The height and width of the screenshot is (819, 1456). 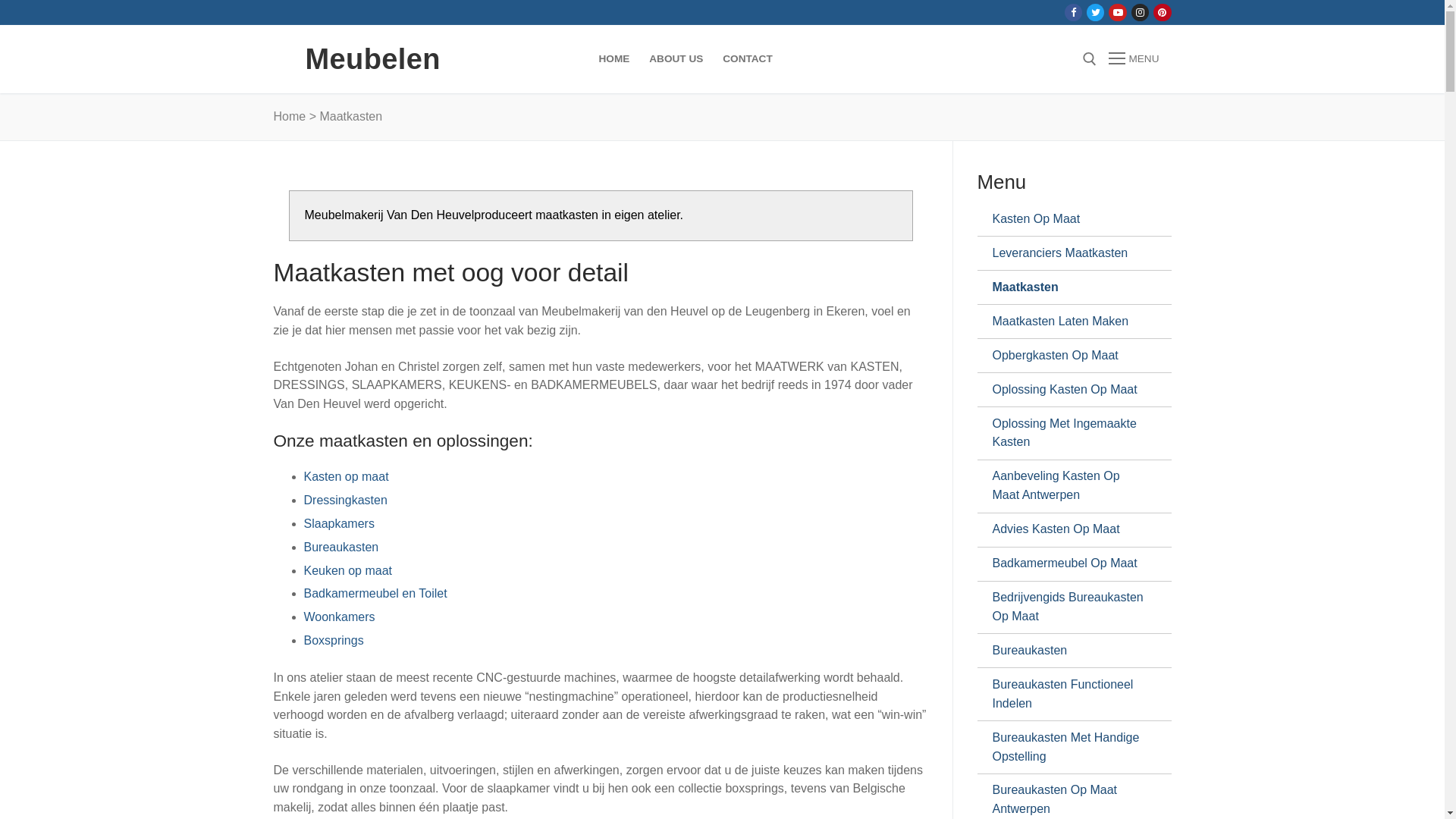 I want to click on 'Pinterest', so click(x=1156, y=12).